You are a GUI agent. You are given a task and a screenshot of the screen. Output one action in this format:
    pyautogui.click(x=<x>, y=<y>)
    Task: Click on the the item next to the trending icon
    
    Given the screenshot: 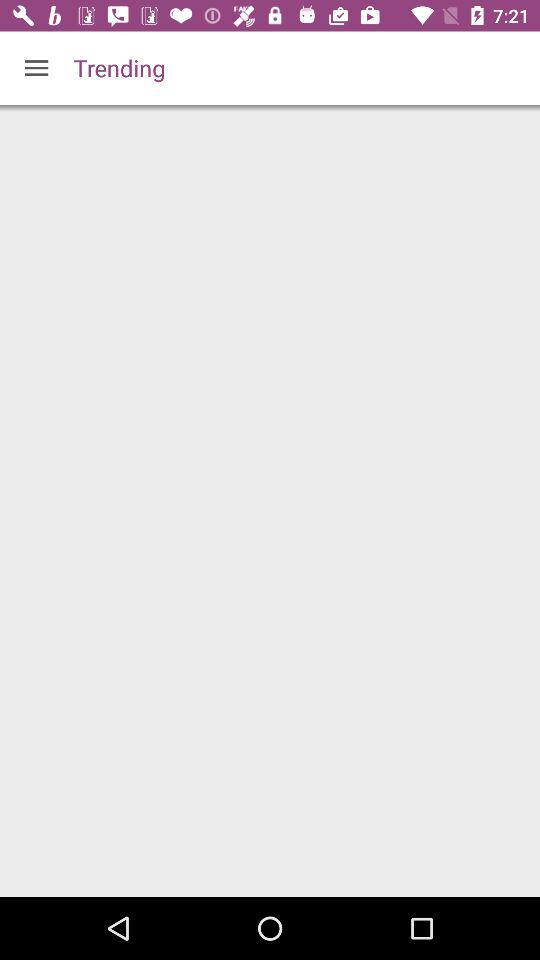 What is the action you would take?
    pyautogui.click(x=36, y=68)
    